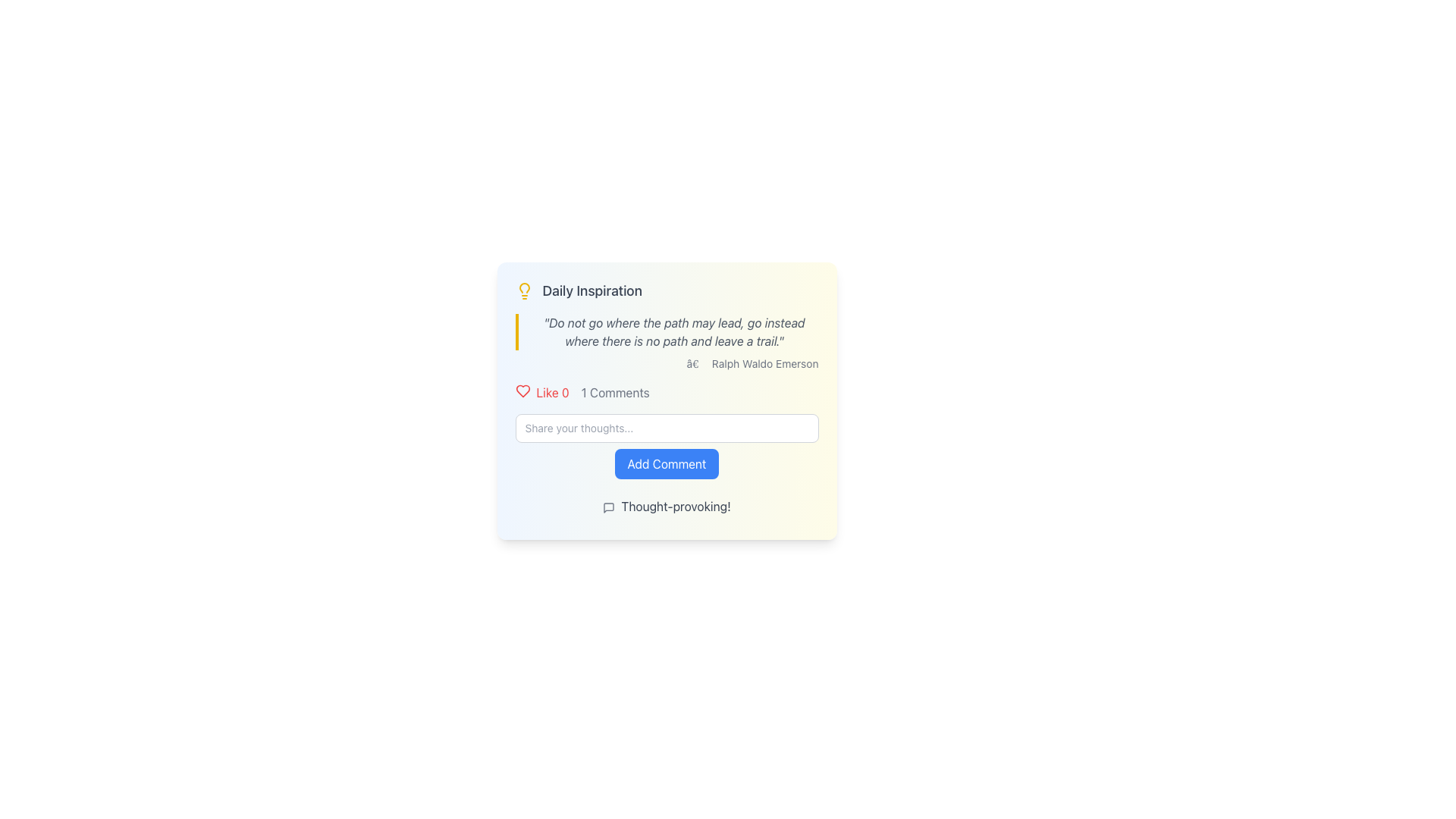  I want to click on the title of the content card, which is a Text Label positioned to the right of a lightbulb icon, located at the top-left of the content card, so click(591, 291).